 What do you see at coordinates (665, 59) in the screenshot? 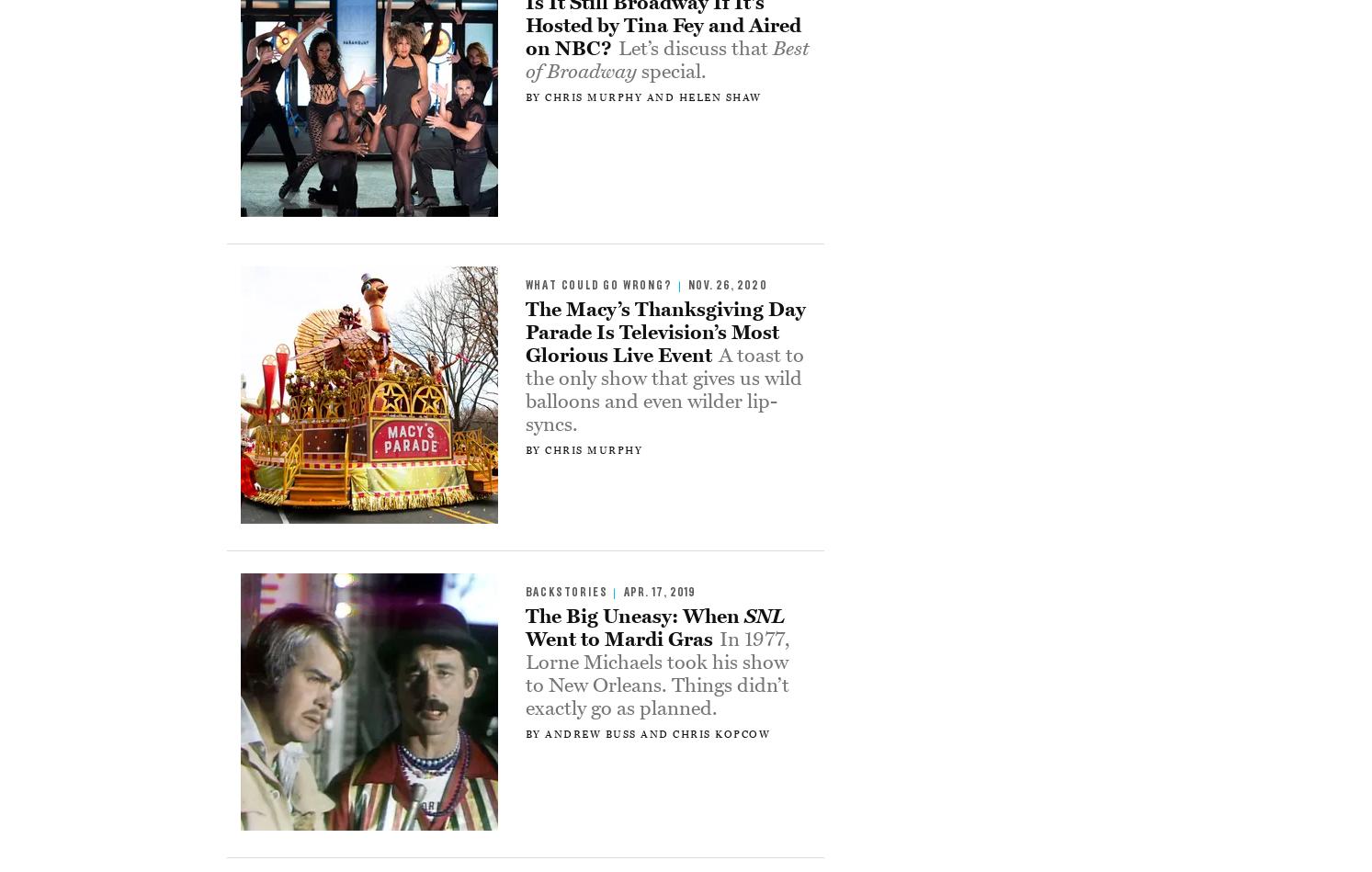
I see `'Best of Broadway'` at bounding box center [665, 59].